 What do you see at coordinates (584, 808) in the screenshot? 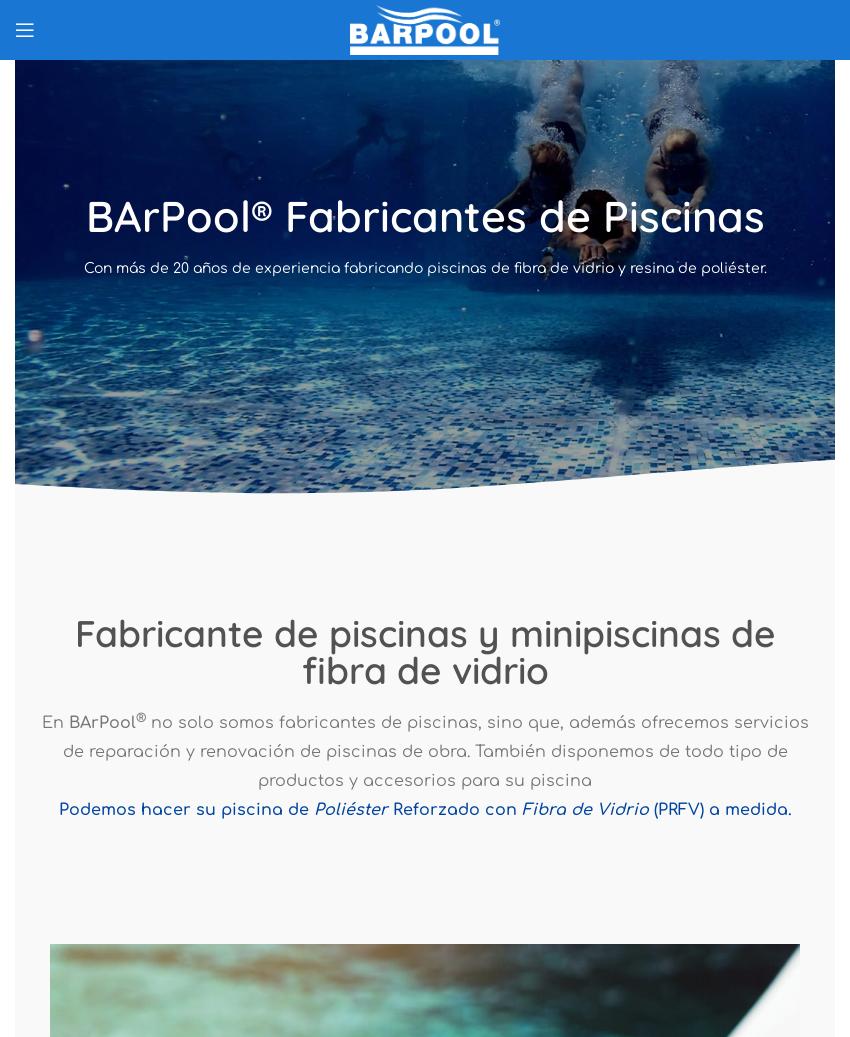
I see `'Fibra de Vidrio'` at bounding box center [584, 808].